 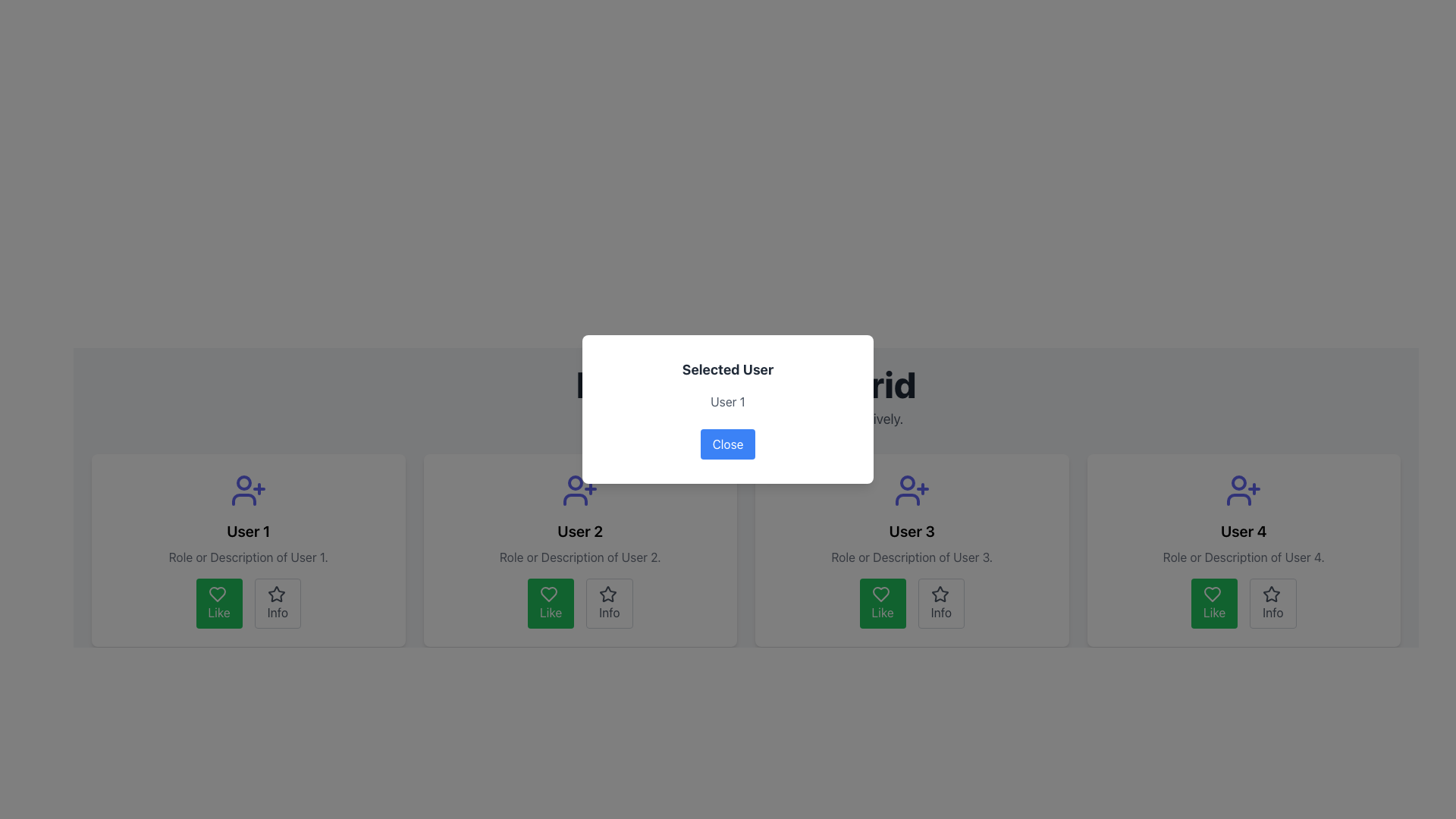 I want to click on the circle representing the head of the user icon for 'User 3', located above the label 'User 3', so click(x=907, y=482).